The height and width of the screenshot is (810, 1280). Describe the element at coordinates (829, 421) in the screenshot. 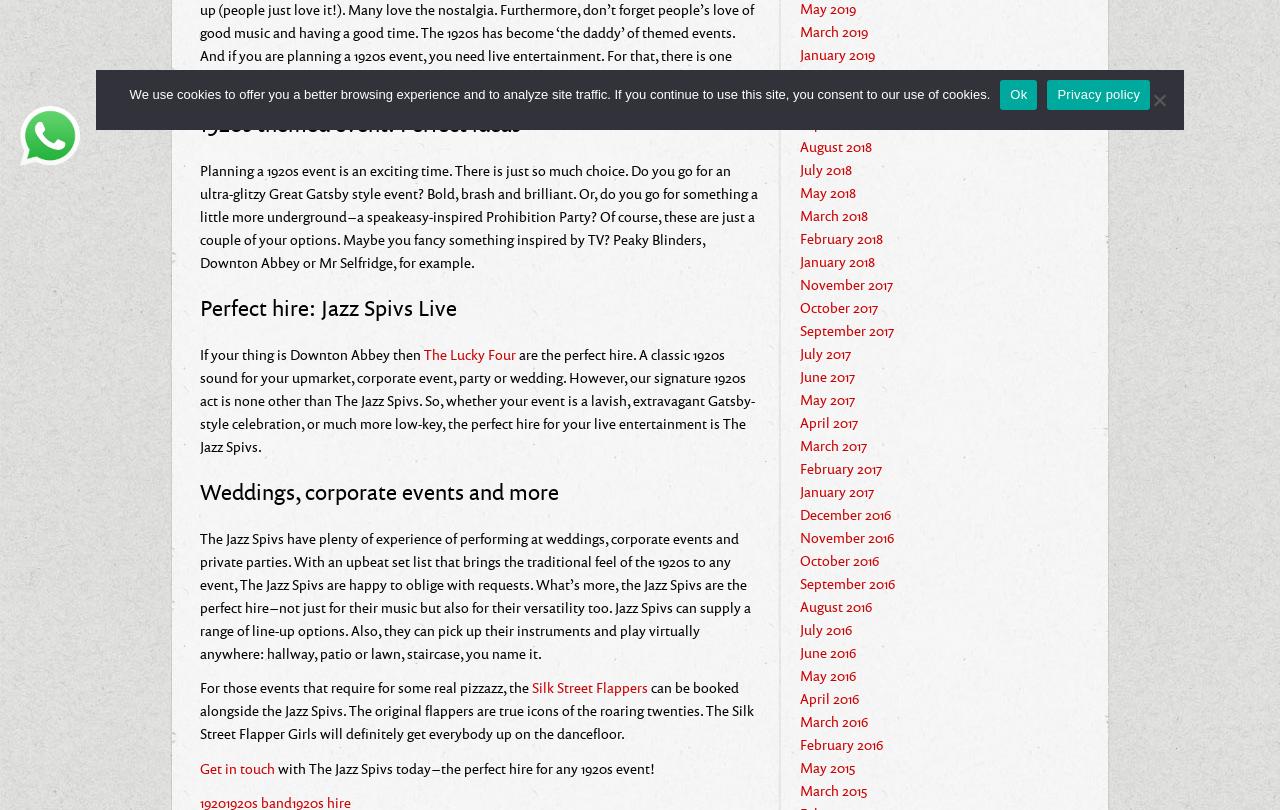

I see `'April 2017'` at that location.